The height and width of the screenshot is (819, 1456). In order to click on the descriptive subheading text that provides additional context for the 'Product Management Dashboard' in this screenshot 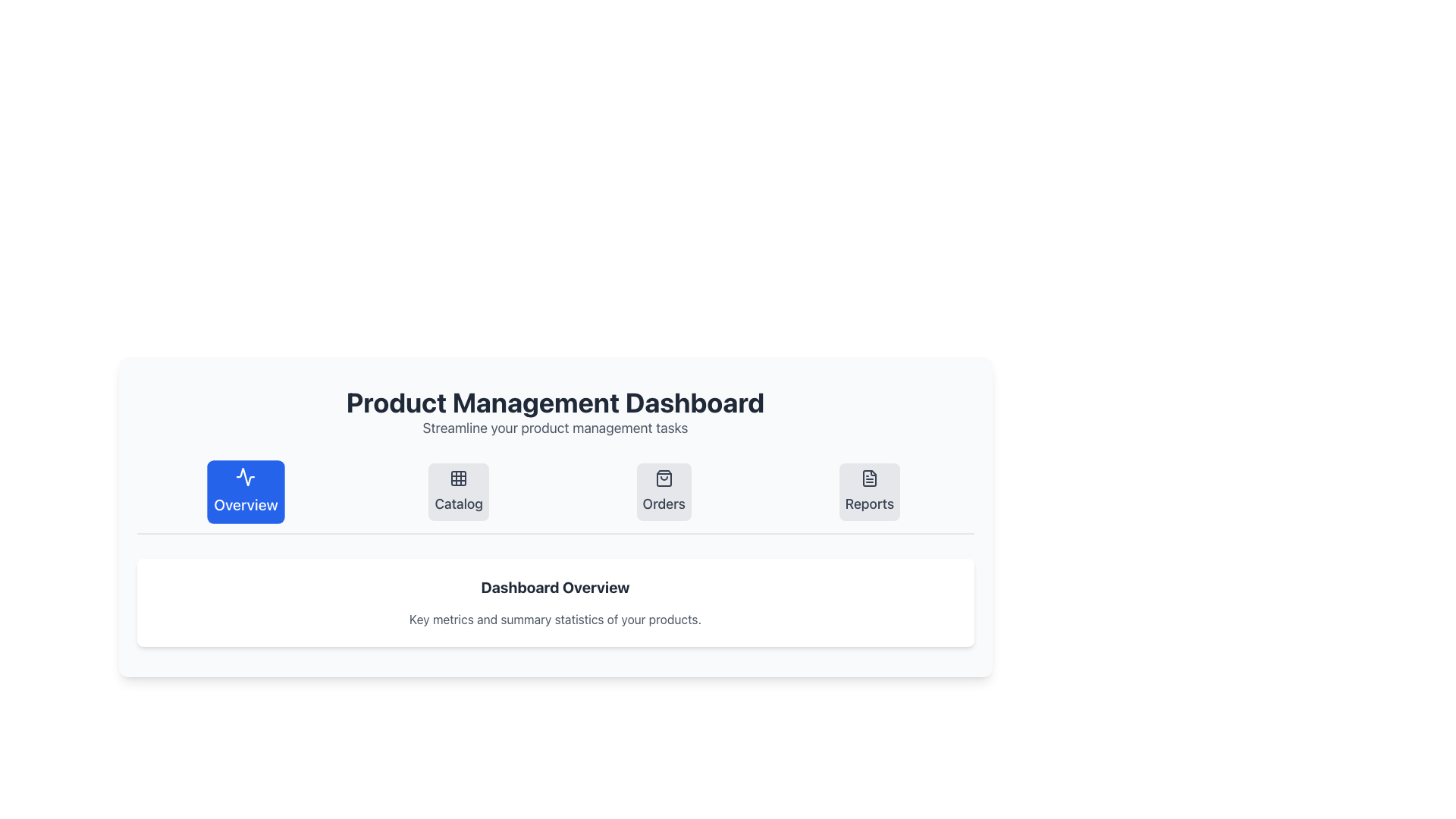, I will do `click(554, 428)`.